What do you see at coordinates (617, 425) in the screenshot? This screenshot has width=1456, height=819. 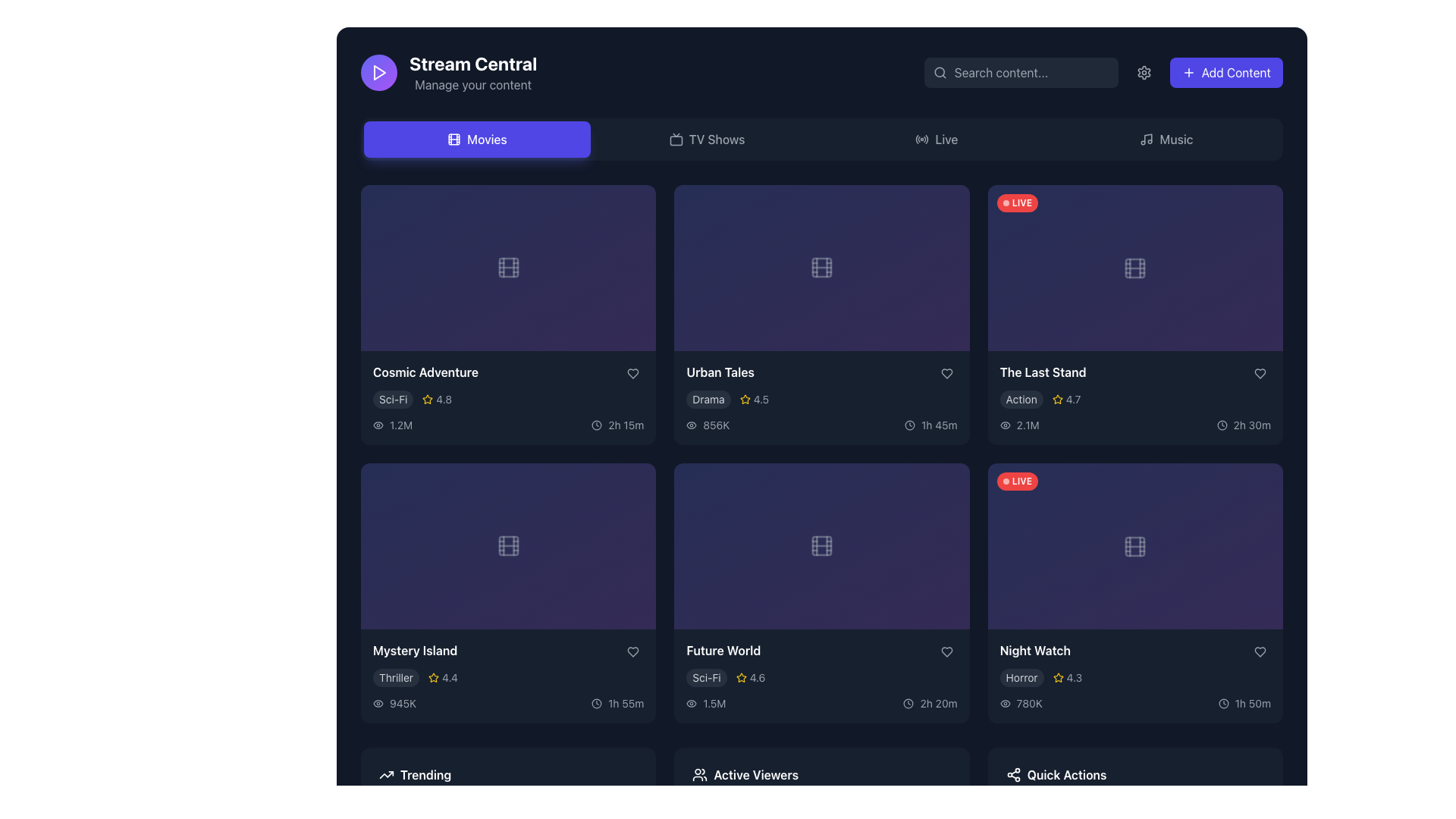 I see `text '2h 15m' displayed next to the clock icon in the bottom-right area of the 'Cosmic Adventure' movie card` at bounding box center [617, 425].